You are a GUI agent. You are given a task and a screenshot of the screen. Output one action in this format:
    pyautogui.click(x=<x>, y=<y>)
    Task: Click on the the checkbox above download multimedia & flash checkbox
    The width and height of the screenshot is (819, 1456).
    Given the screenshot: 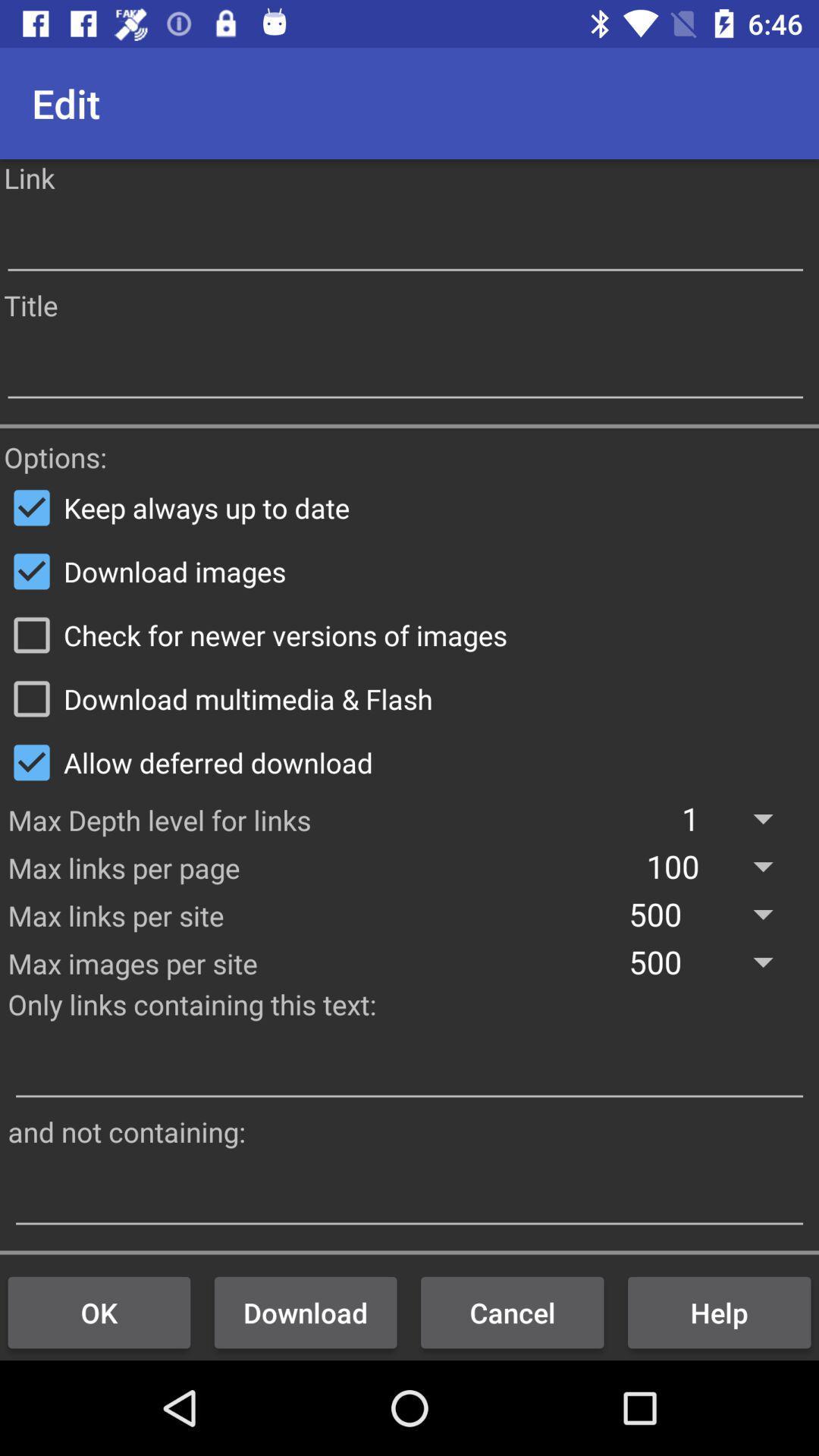 What is the action you would take?
    pyautogui.click(x=409, y=635)
    